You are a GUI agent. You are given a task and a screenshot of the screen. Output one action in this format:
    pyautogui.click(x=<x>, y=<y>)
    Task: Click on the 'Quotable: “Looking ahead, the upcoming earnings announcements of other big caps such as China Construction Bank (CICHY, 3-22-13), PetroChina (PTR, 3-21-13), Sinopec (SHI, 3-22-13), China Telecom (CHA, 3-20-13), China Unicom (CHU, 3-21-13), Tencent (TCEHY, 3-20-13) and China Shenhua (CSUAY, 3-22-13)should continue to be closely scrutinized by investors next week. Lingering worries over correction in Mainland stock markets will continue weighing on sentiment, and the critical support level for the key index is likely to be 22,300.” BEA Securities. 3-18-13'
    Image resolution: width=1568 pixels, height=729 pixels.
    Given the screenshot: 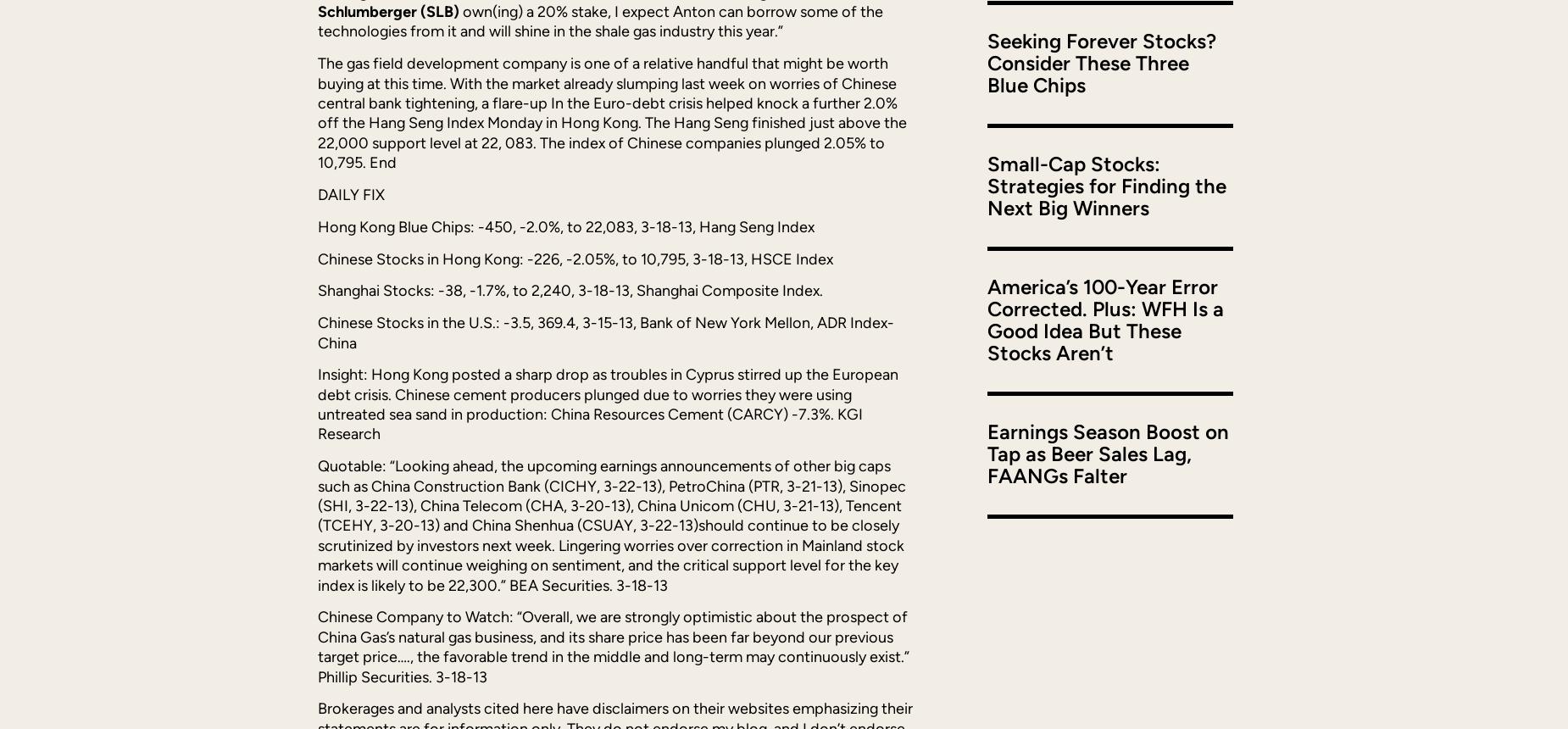 What is the action you would take?
    pyautogui.click(x=612, y=524)
    